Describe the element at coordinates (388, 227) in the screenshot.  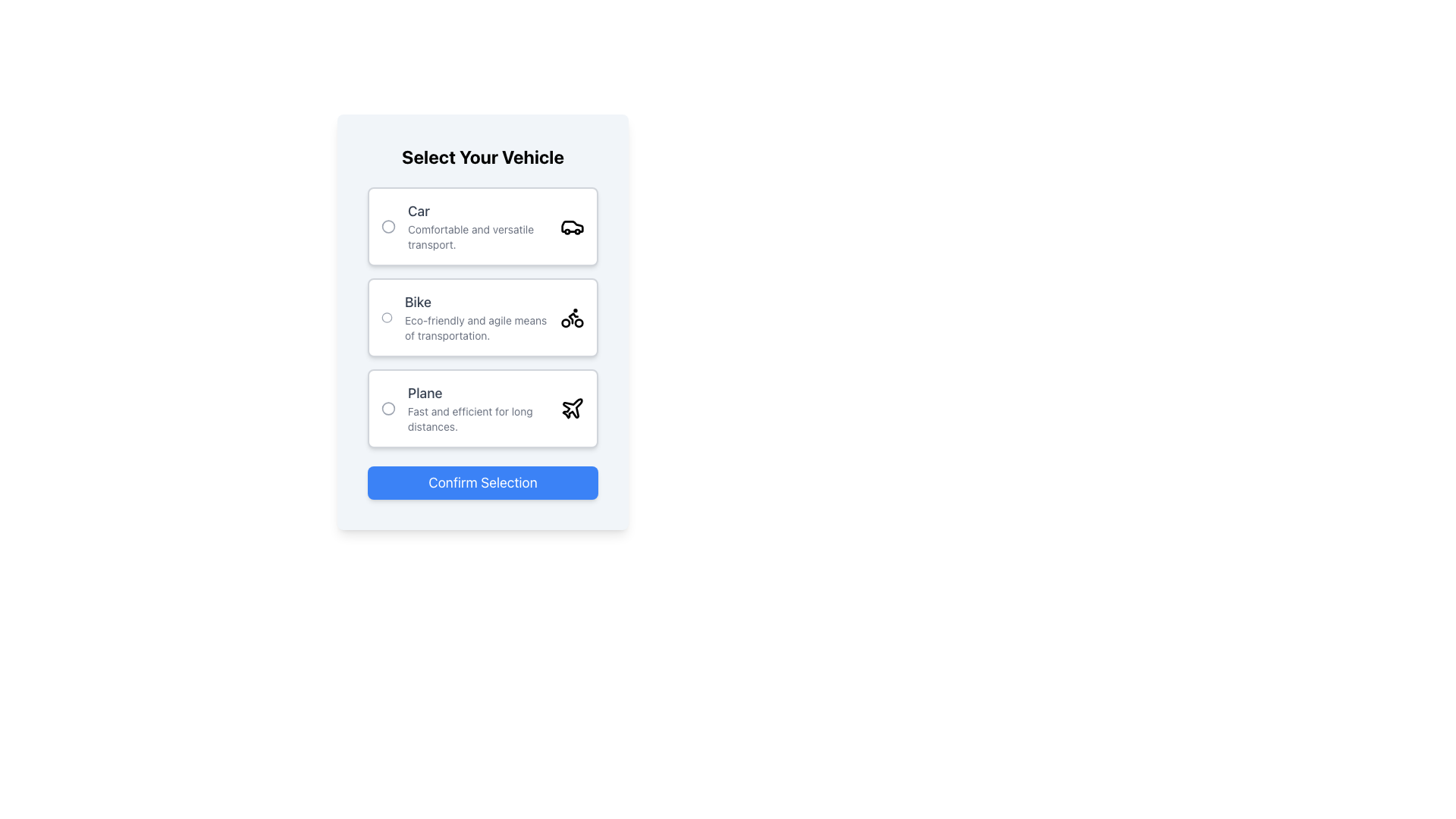
I see `the circular radio button located to the left of the 'Car' label in the rectangular card containing the option 'Car' with a description 'Comfortable and versatile transport.'` at that location.